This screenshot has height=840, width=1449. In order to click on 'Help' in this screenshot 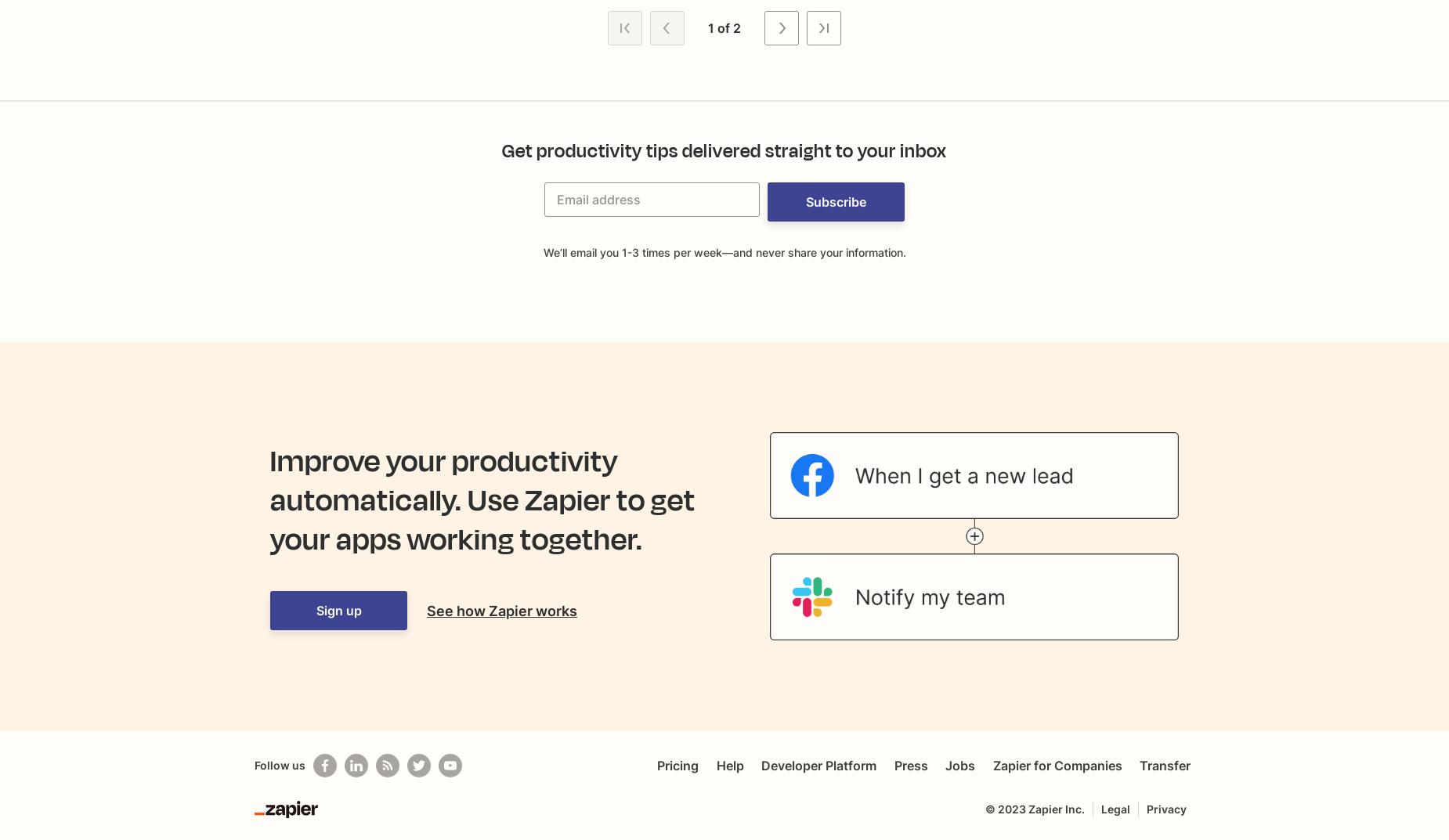, I will do `click(728, 765)`.